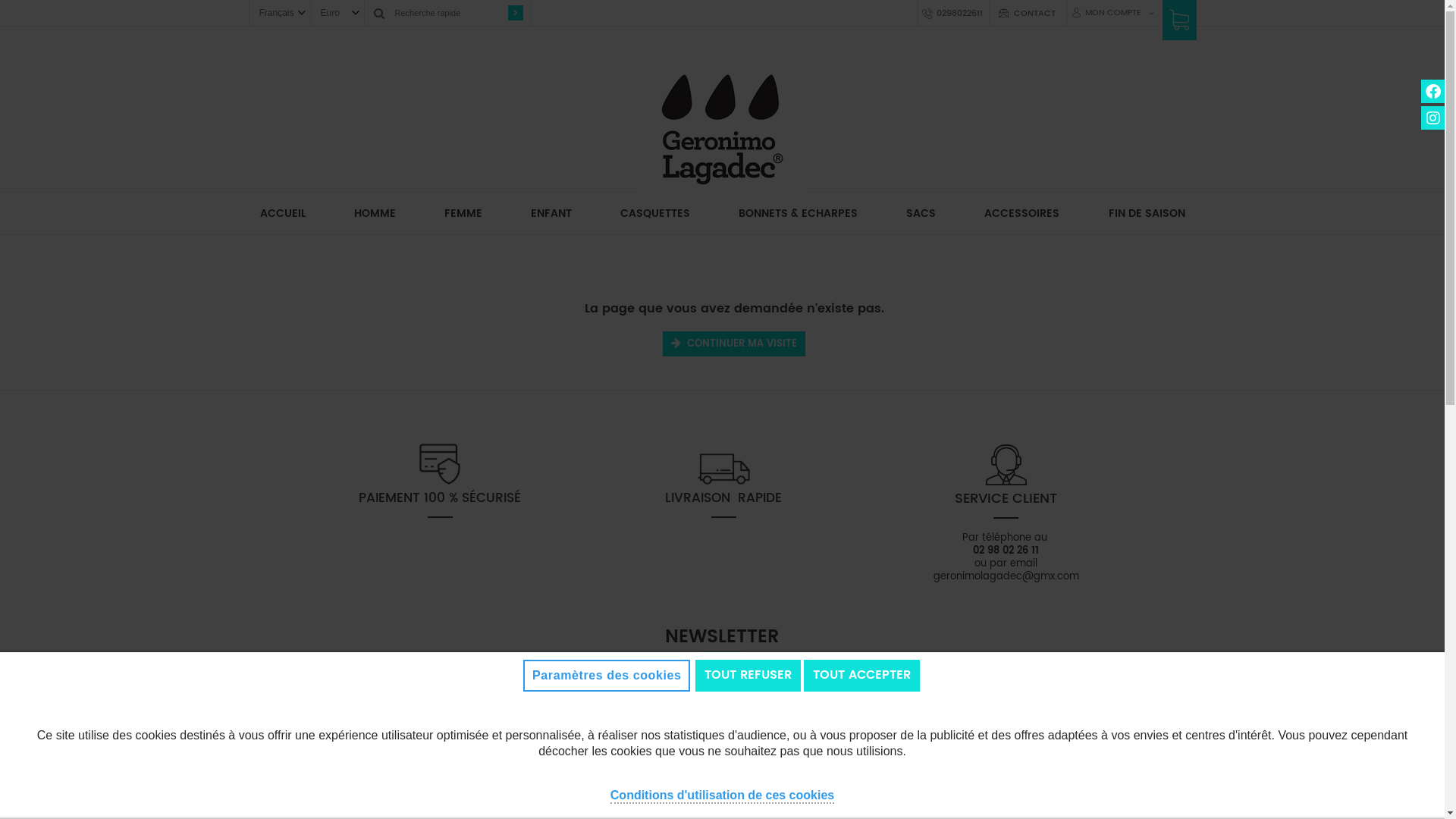 The image size is (1456, 819). I want to click on 'instagram', so click(1432, 117).